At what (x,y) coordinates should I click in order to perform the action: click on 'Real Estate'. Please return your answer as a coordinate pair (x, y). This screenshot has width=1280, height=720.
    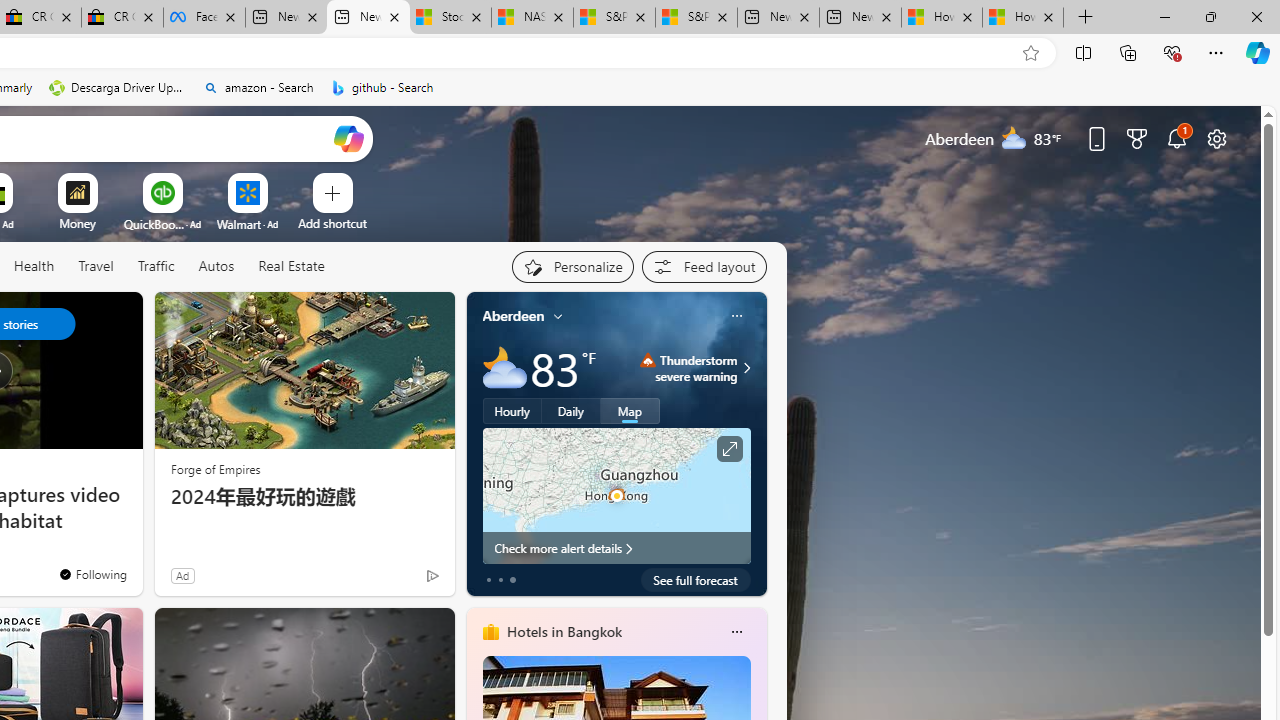
    Looking at the image, I should click on (290, 265).